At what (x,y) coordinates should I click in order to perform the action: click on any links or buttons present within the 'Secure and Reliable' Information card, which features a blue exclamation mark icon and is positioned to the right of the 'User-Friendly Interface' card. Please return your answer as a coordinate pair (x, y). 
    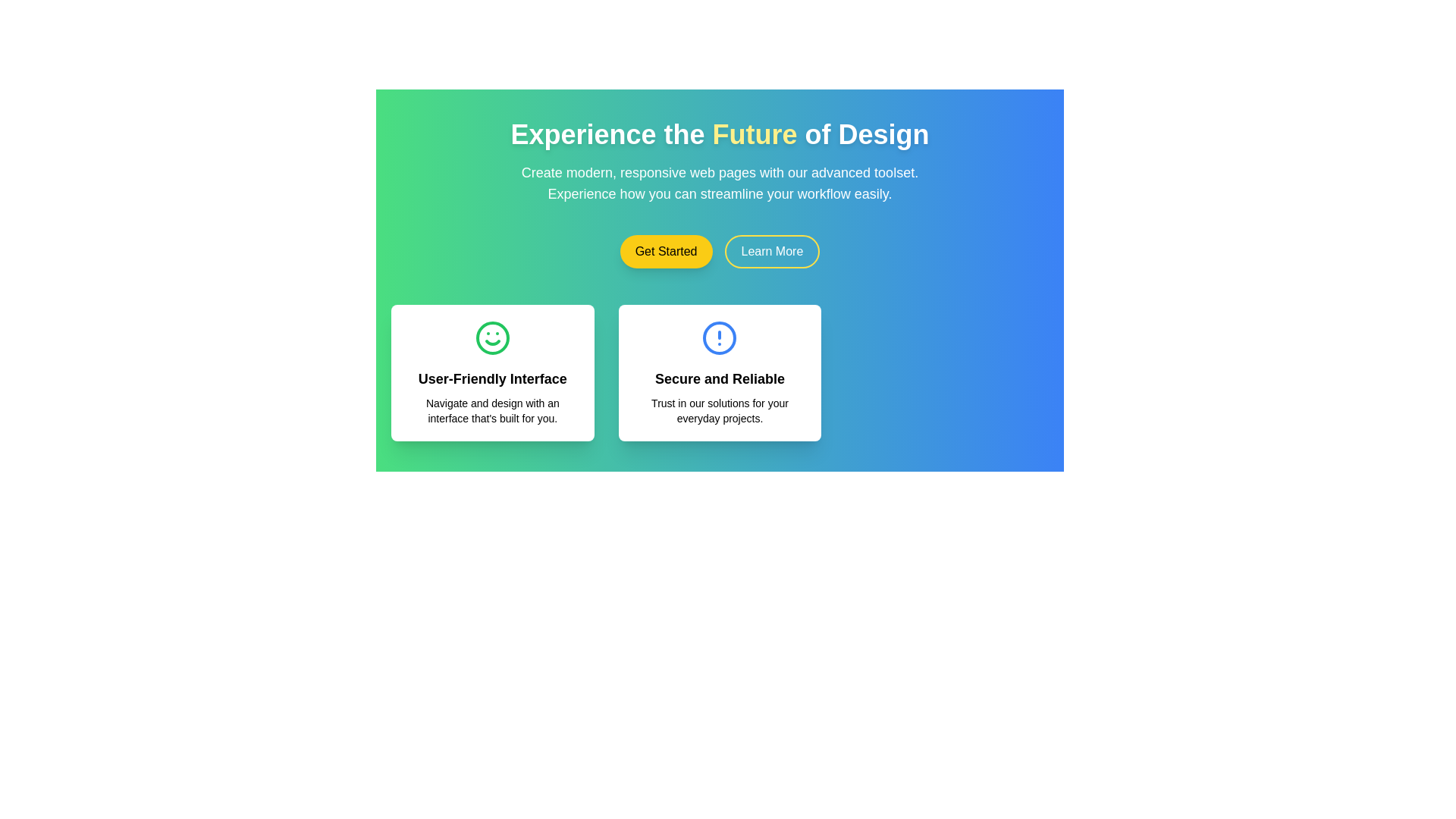
    Looking at the image, I should click on (719, 373).